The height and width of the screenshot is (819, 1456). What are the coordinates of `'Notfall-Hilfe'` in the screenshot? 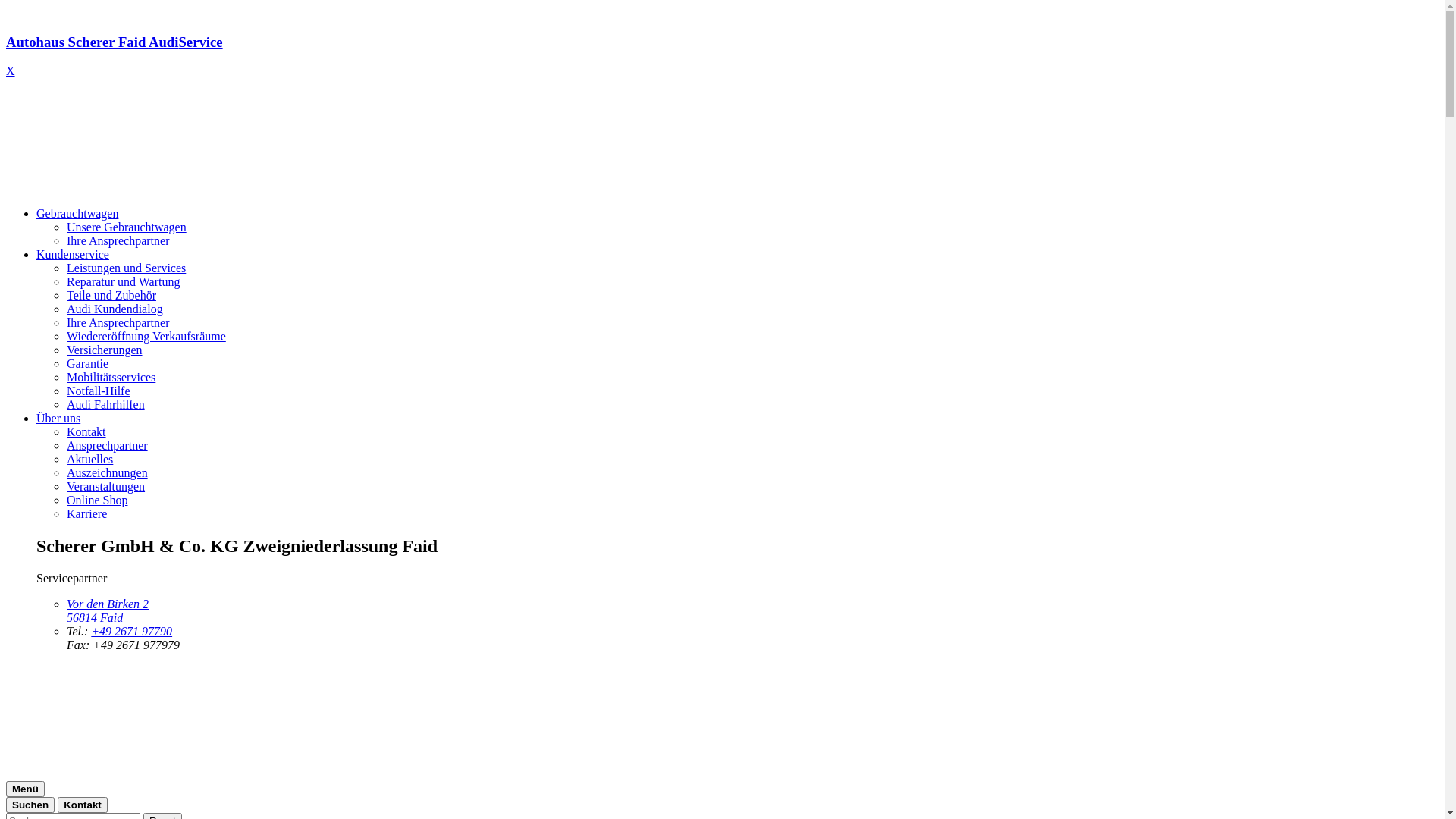 It's located at (97, 390).